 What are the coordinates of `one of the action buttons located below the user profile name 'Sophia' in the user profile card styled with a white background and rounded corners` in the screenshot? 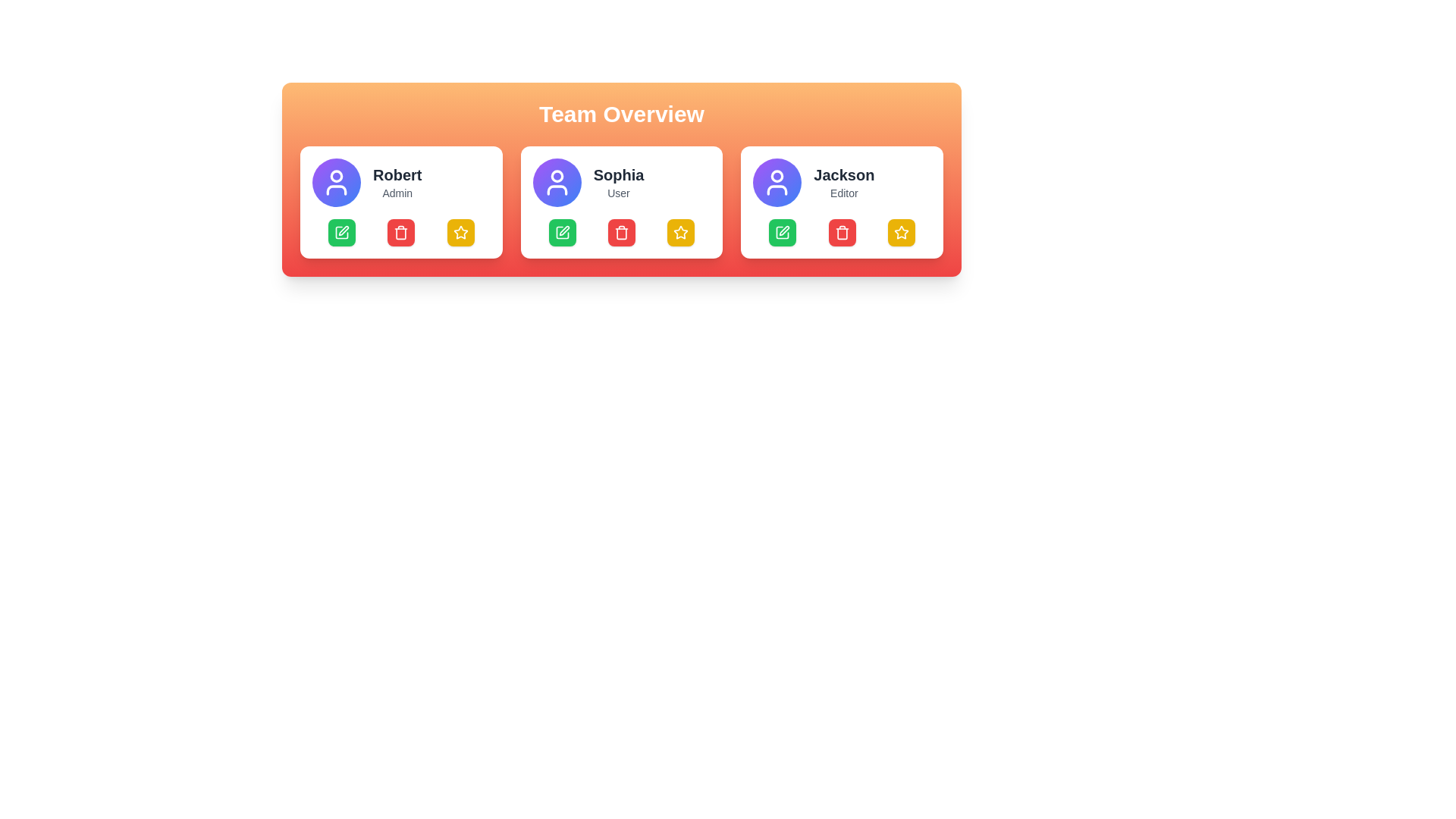 It's located at (622, 201).